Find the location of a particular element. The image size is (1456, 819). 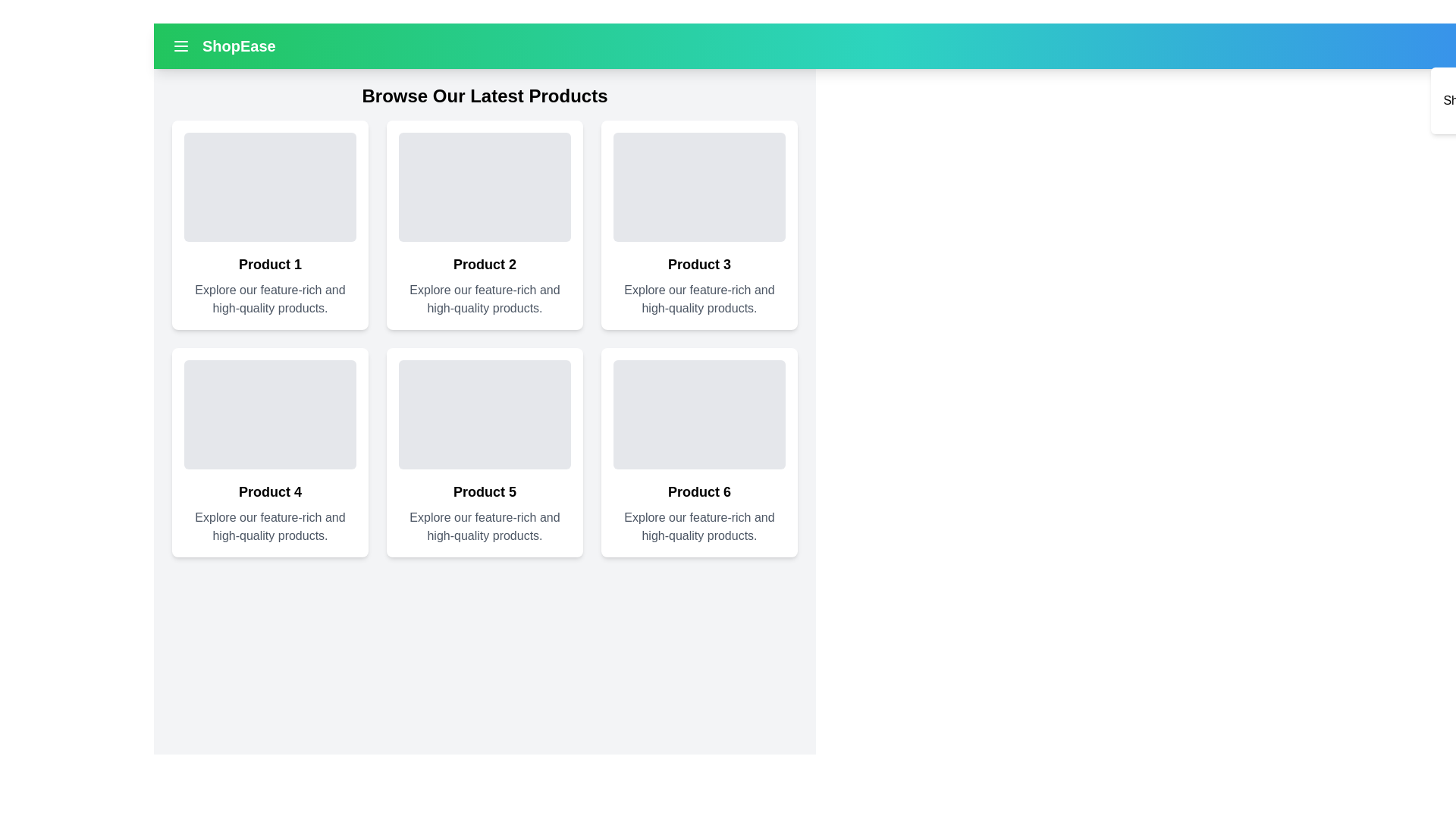

descriptive text block located inside the fourth card titled 'Product 4', positioned in the bottom-center area below the card title is located at coordinates (270, 526).